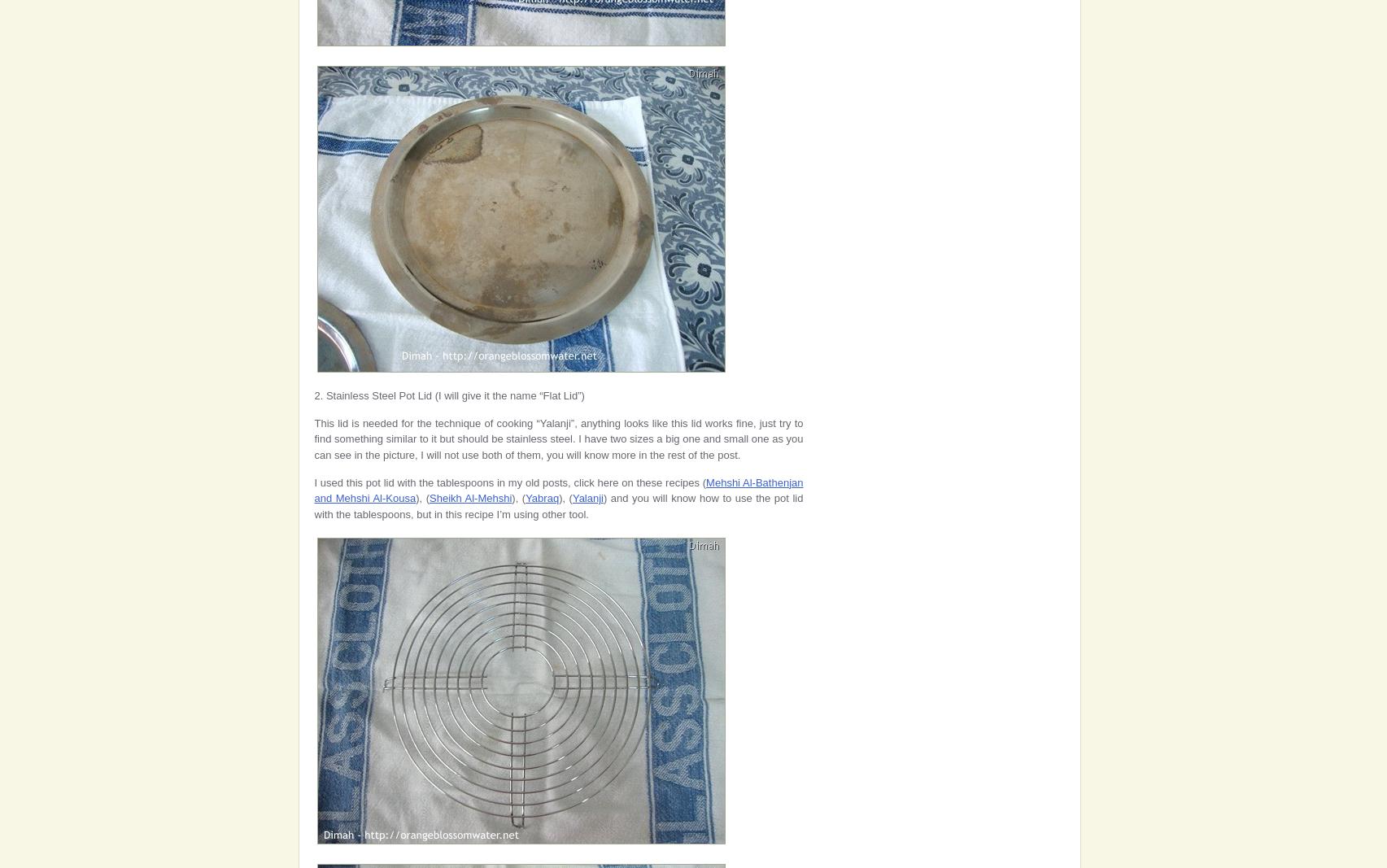  What do you see at coordinates (558, 490) in the screenshot?
I see `'Mehshi Al-Bathenjan and Mehshi Al-Kousa'` at bounding box center [558, 490].